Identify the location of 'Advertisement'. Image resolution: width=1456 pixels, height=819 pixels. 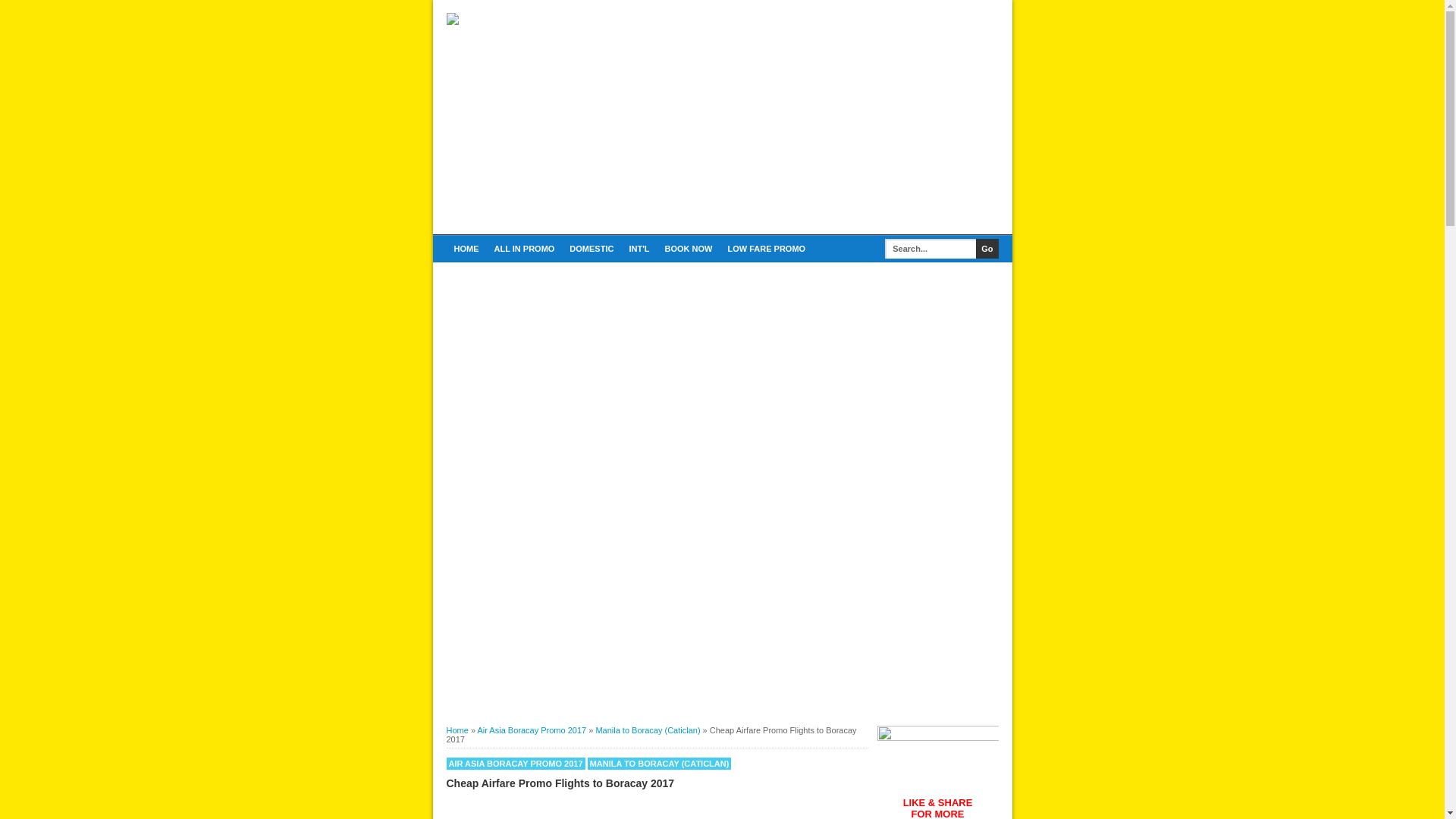
(819, 118).